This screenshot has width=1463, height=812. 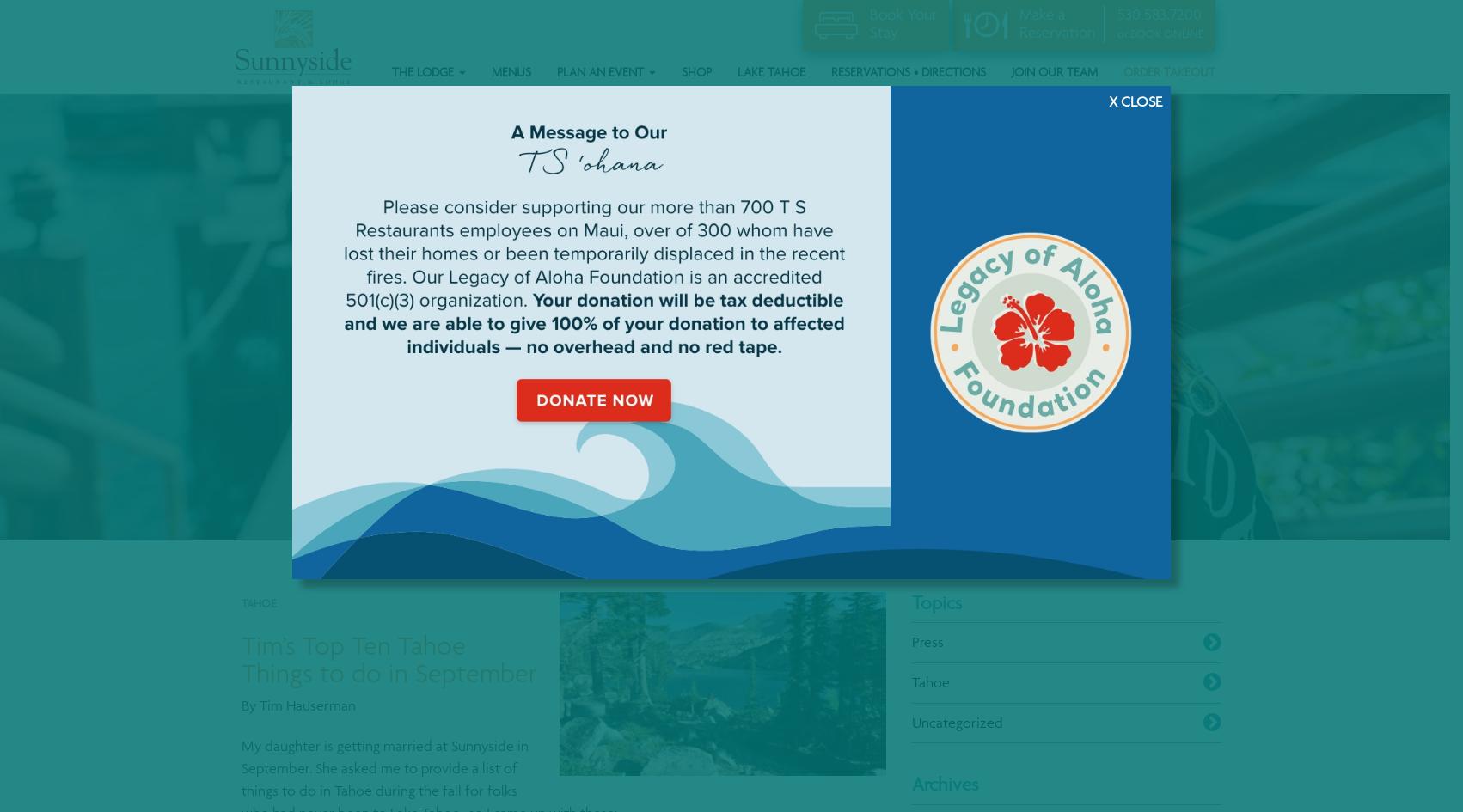 What do you see at coordinates (601, 70) in the screenshot?
I see `'Plan an Event'` at bounding box center [601, 70].